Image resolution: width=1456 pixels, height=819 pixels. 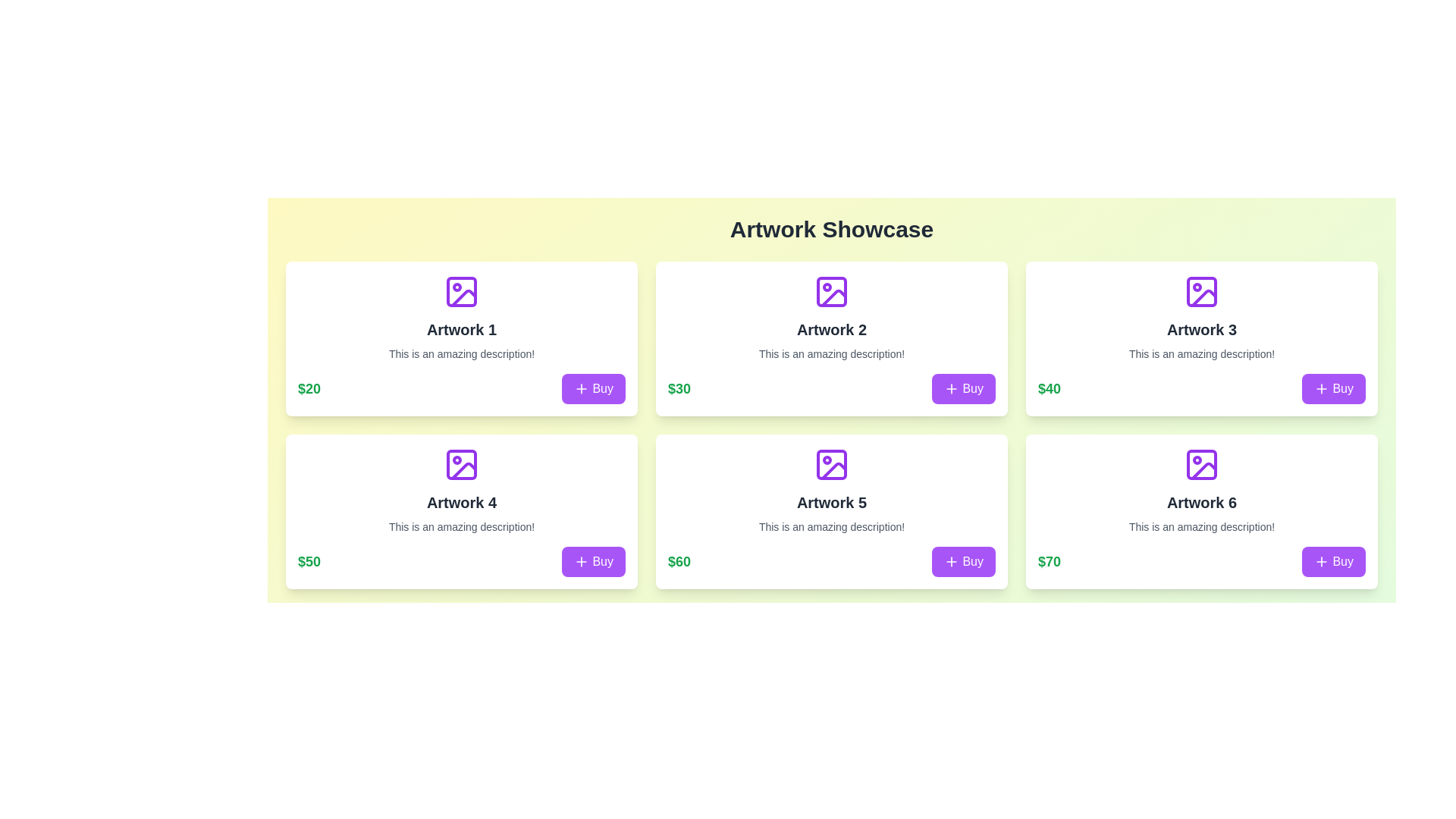 What do you see at coordinates (461, 329) in the screenshot?
I see `the 'Artwork 1' text label located in the top-left corner of the first card in the grid layout for potential navigation or interaction` at bounding box center [461, 329].